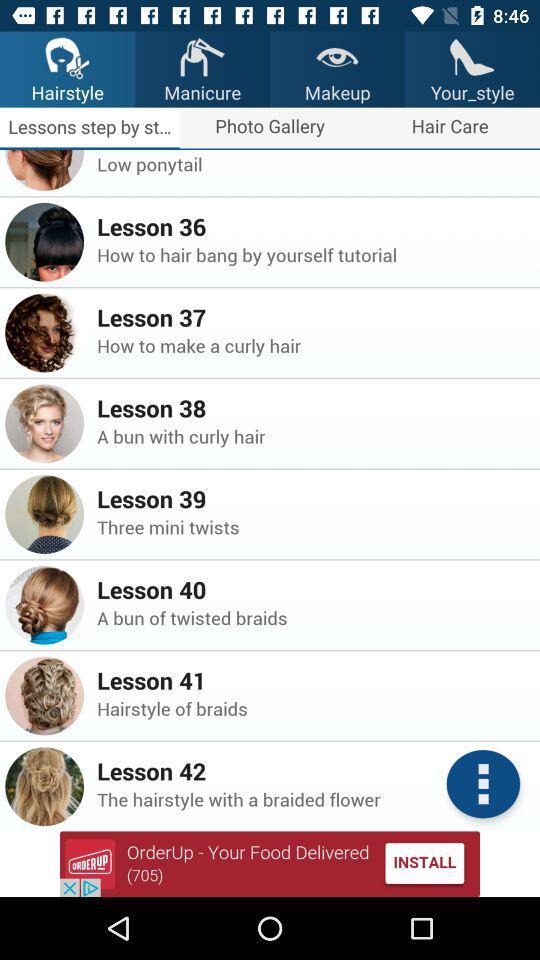 The width and height of the screenshot is (540, 960). What do you see at coordinates (312, 407) in the screenshot?
I see `app above a bun with app` at bounding box center [312, 407].